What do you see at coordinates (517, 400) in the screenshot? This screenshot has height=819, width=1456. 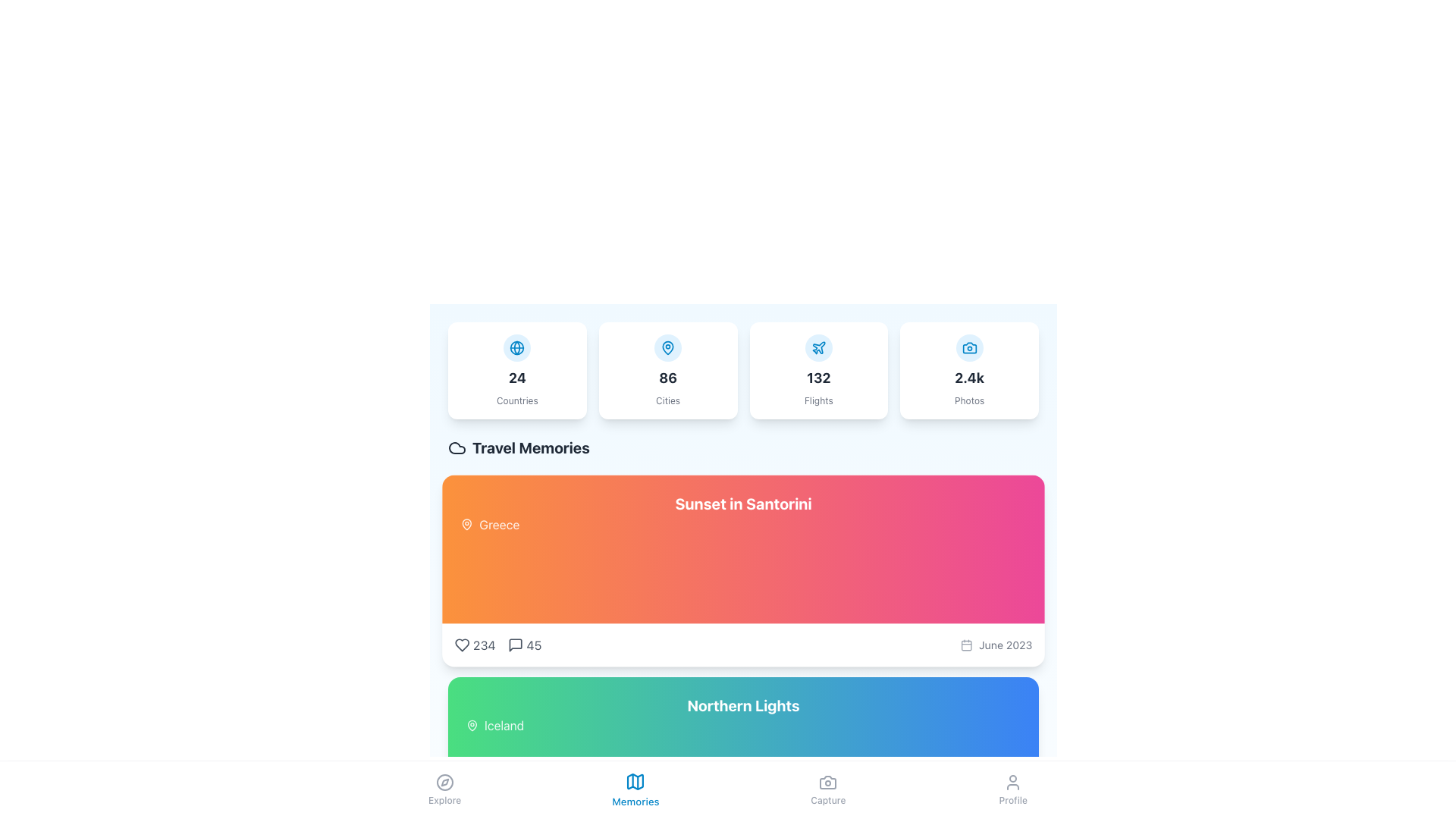 I see `text label that clarifies the number '24' as the count of countries, located in the first column of horizontally arranged cards, positioned at the lower section of the card beneath the number` at bounding box center [517, 400].